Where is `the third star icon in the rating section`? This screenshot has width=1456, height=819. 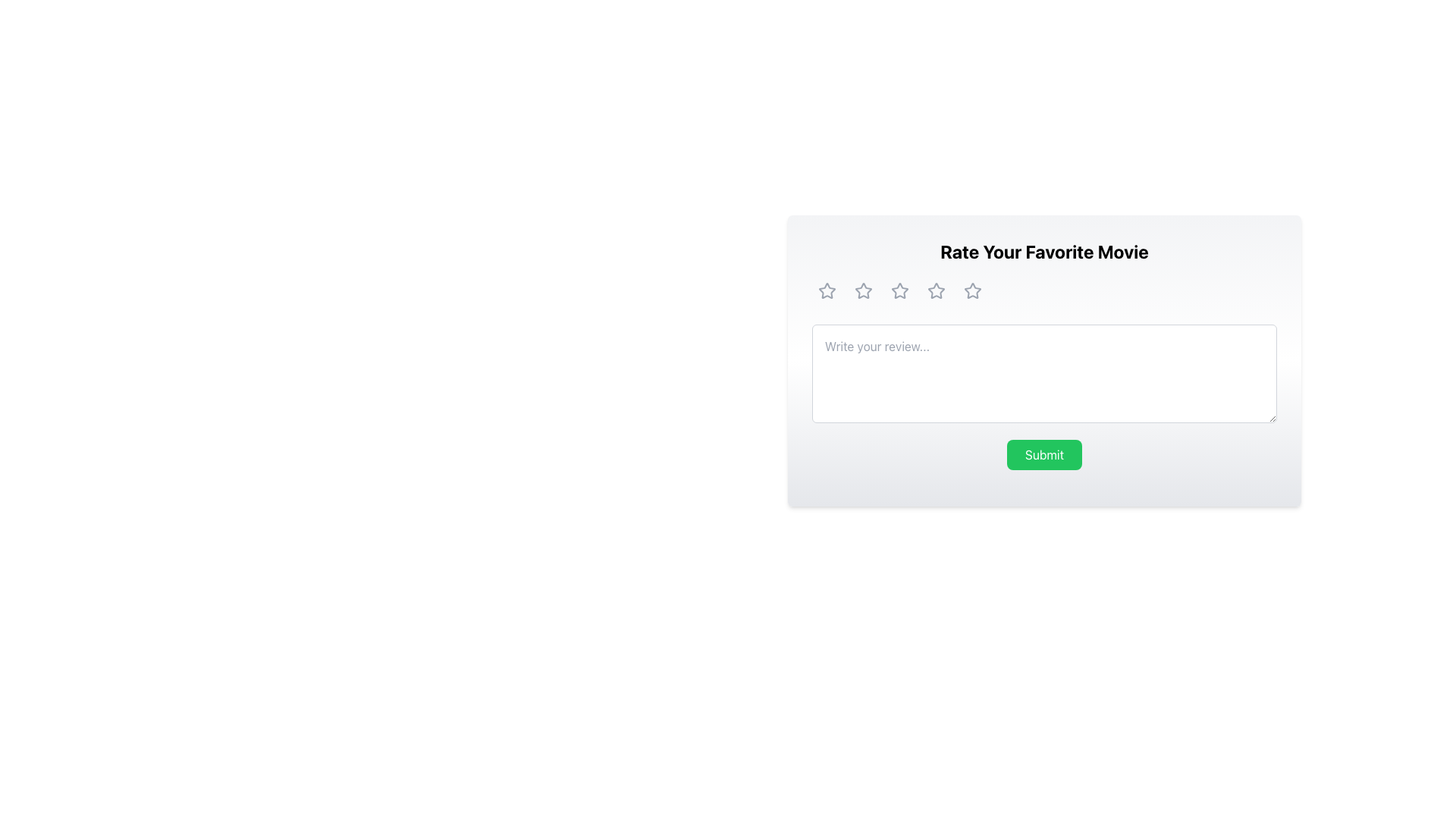
the third star icon in the rating section is located at coordinates (899, 291).